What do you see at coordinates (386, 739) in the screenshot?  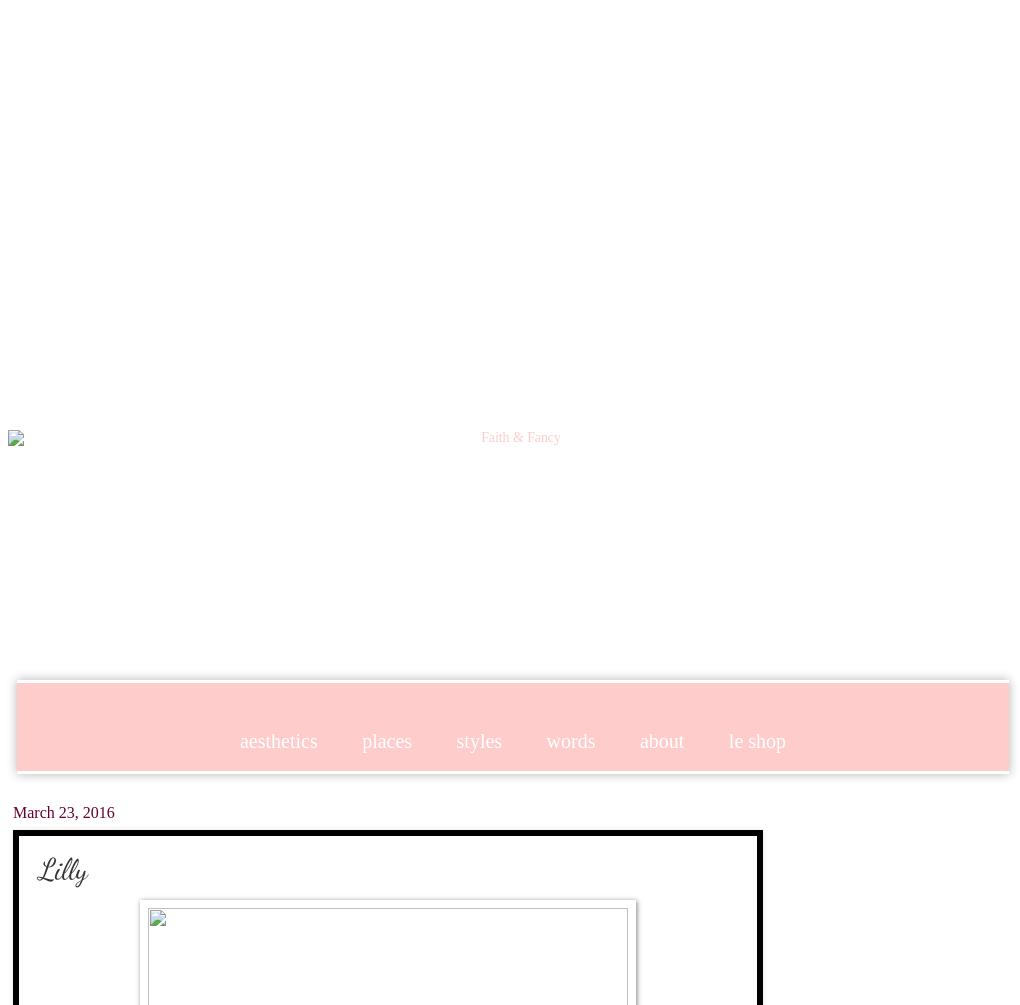 I see `'places'` at bounding box center [386, 739].